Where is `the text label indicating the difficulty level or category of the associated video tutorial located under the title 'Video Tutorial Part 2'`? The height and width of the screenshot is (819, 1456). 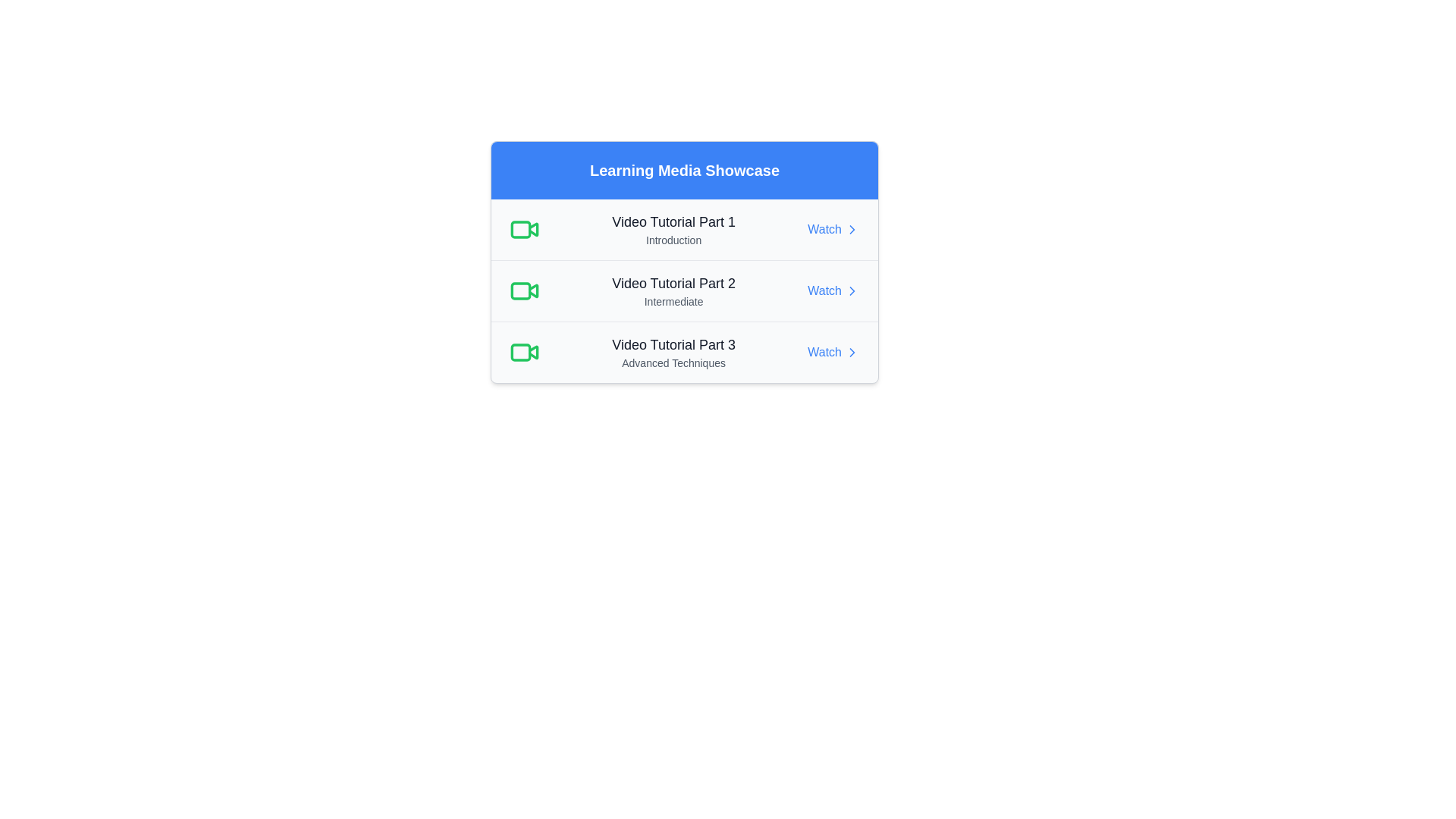 the text label indicating the difficulty level or category of the associated video tutorial located under the title 'Video Tutorial Part 2' is located at coordinates (673, 301).